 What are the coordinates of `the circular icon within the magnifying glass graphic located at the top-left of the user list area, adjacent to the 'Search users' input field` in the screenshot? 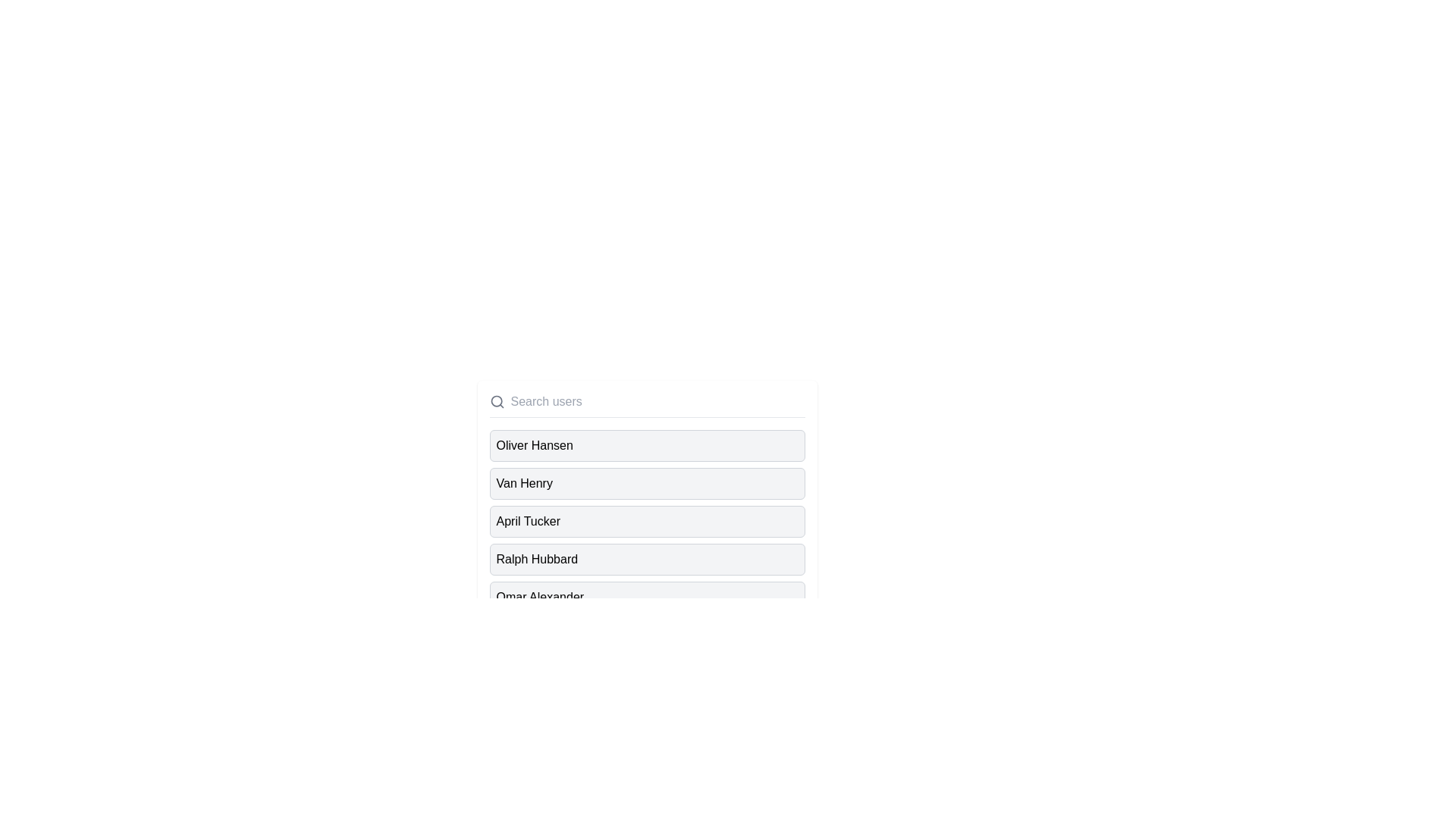 It's located at (496, 400).